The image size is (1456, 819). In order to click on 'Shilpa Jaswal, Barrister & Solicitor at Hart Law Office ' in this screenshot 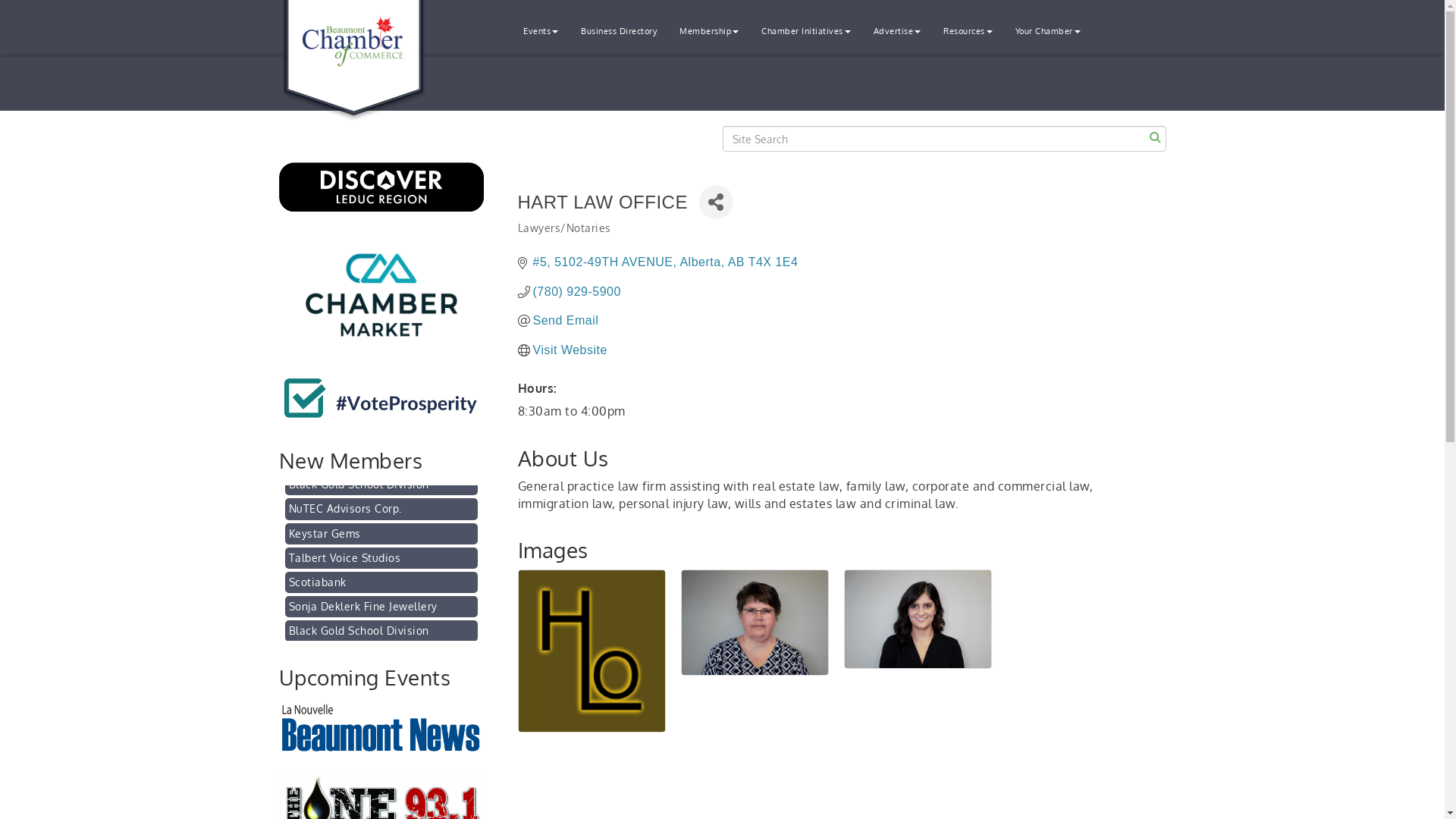, I will do `click(917, 619)`.